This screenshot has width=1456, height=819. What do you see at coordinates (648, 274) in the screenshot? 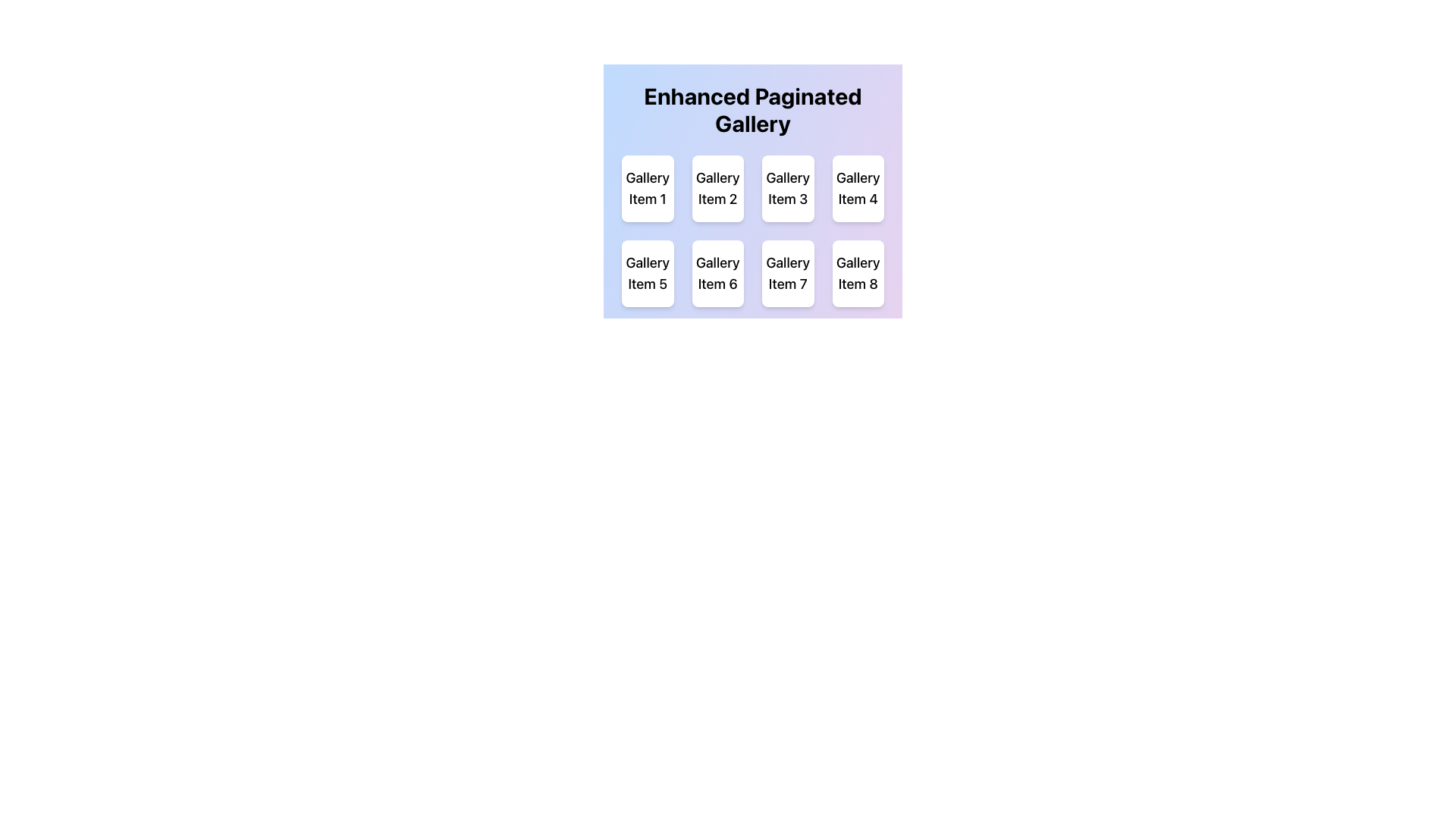
I see `text label 'Gallery Item 5' which is styled in a larger, bold font and is located in the second row, first column of the gallery layout` at bounding box center [648, 274].